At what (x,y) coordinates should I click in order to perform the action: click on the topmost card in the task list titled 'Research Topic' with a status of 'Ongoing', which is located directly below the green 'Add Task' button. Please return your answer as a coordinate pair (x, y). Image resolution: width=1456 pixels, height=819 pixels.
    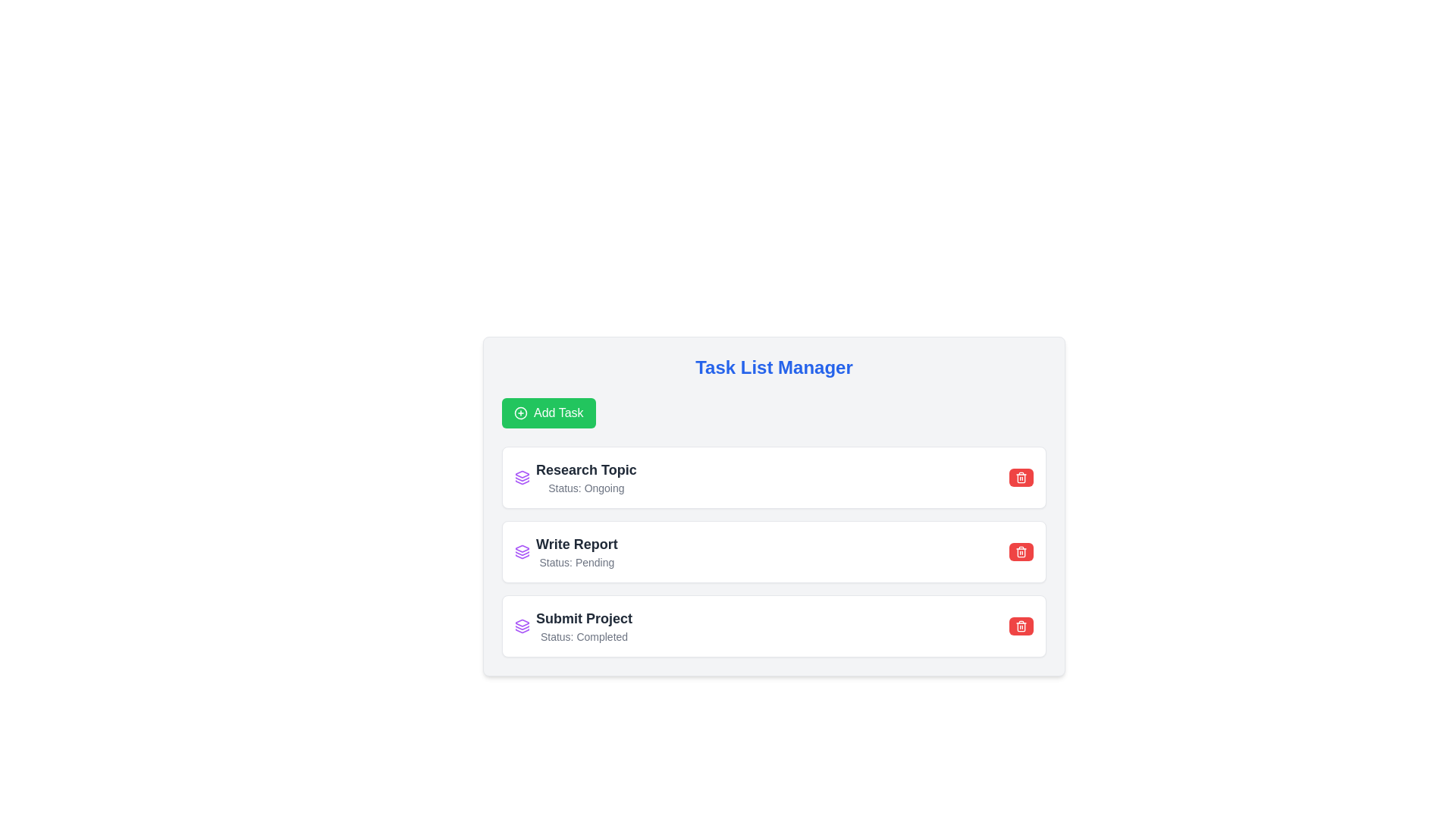
    Looking at the image, I should click on (774, 476).